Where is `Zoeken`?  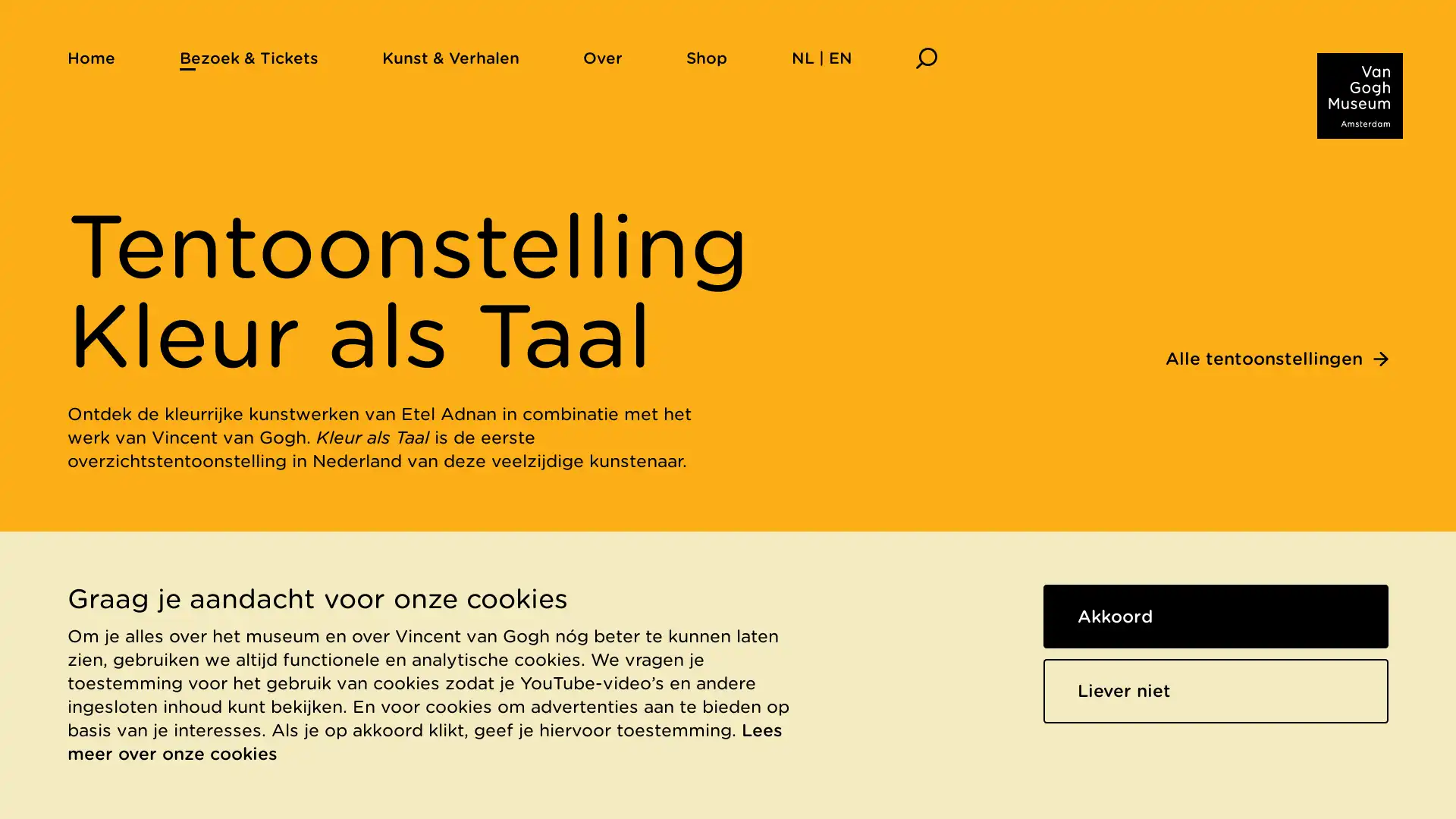
Zoeken is located at coordinates (925, 57).